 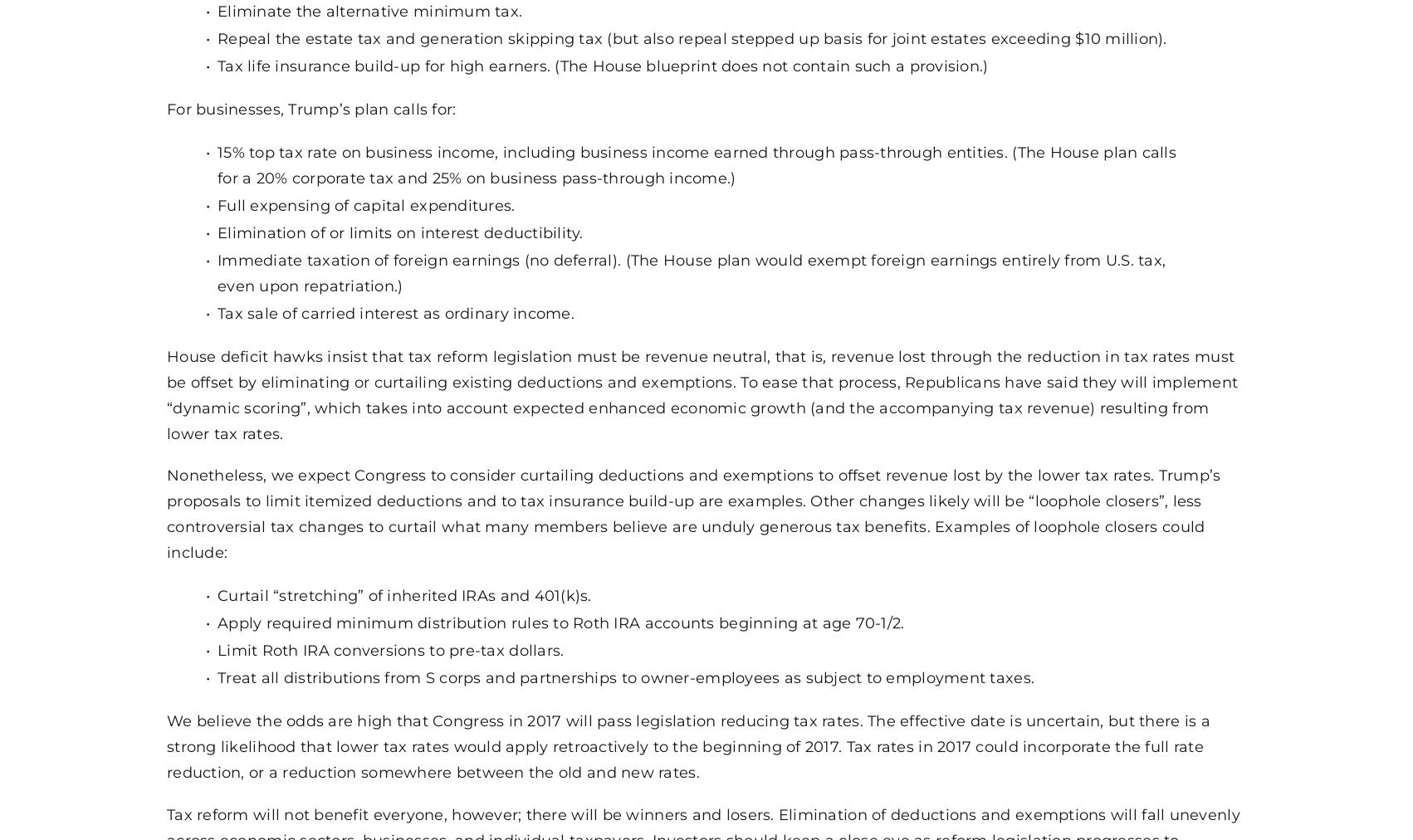 What do you see at coordinates (166, 108) in the screenshot?
I see `'For businesses, Trump’s plan calls for:'` at bounding box center [166, 108].